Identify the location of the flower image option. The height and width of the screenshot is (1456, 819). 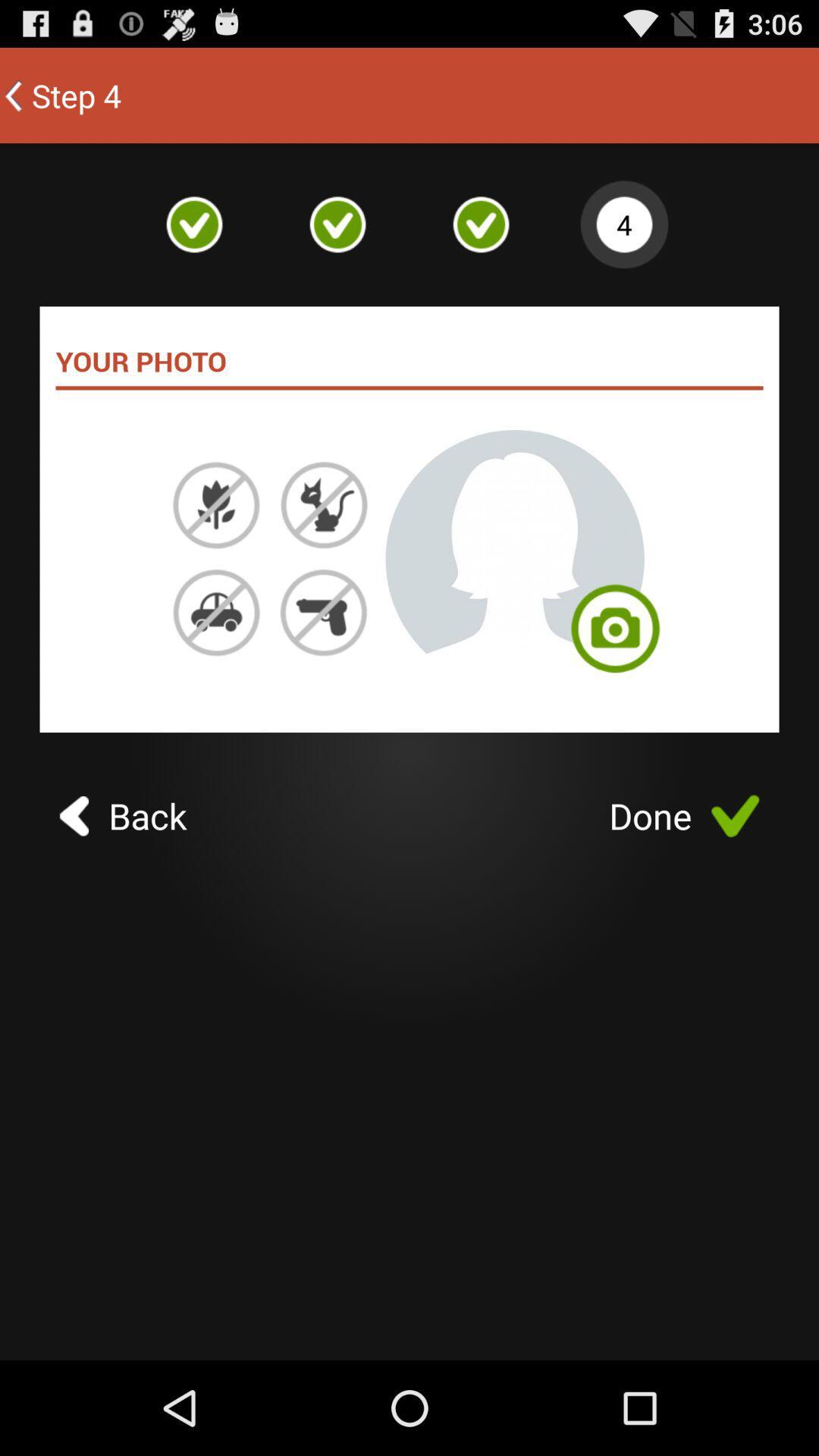
(216, 505).